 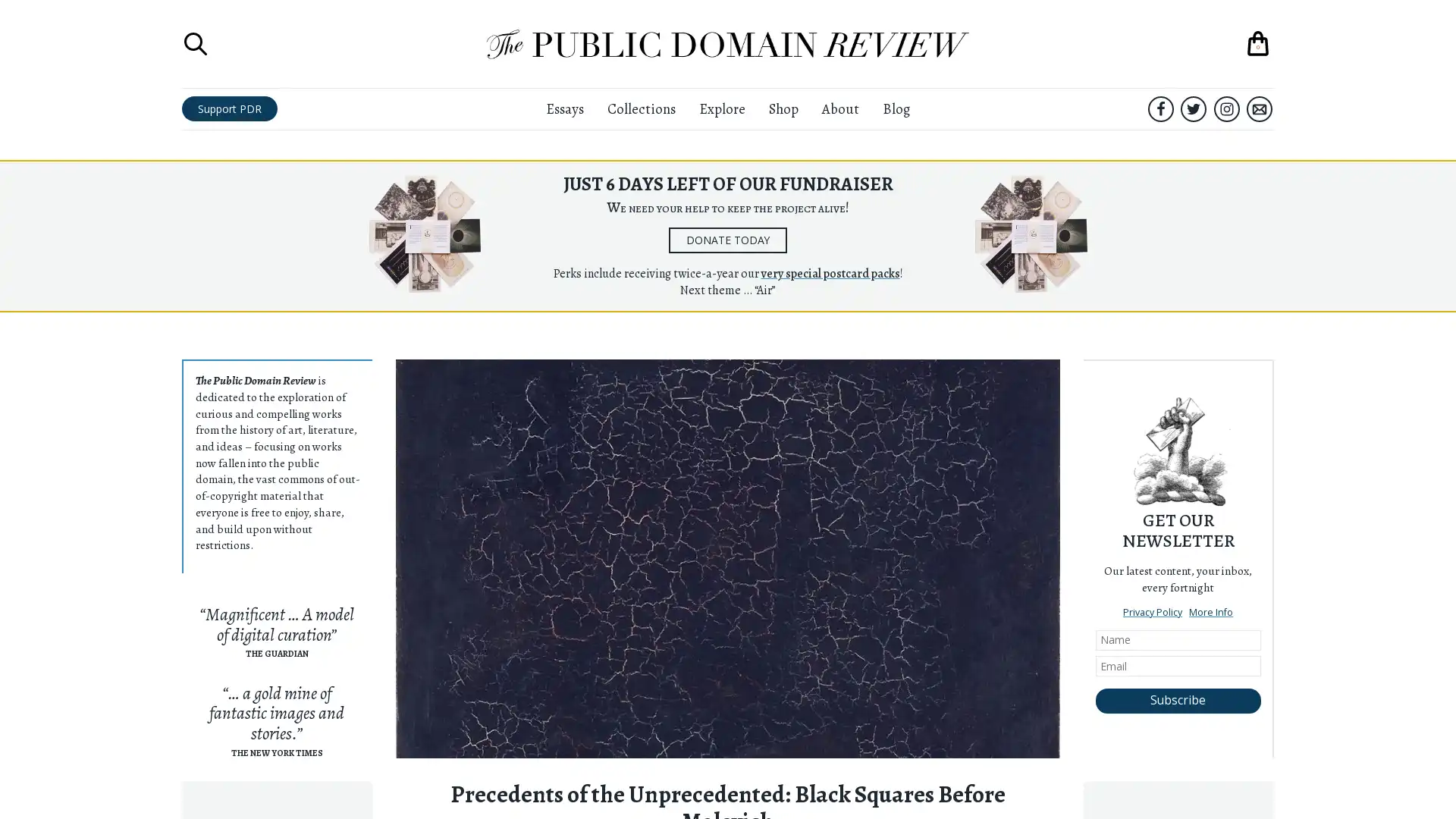 What do you see at coordinates (1258, 42) in the screenshot?
I see `0` at bounding box center [1258, 42].